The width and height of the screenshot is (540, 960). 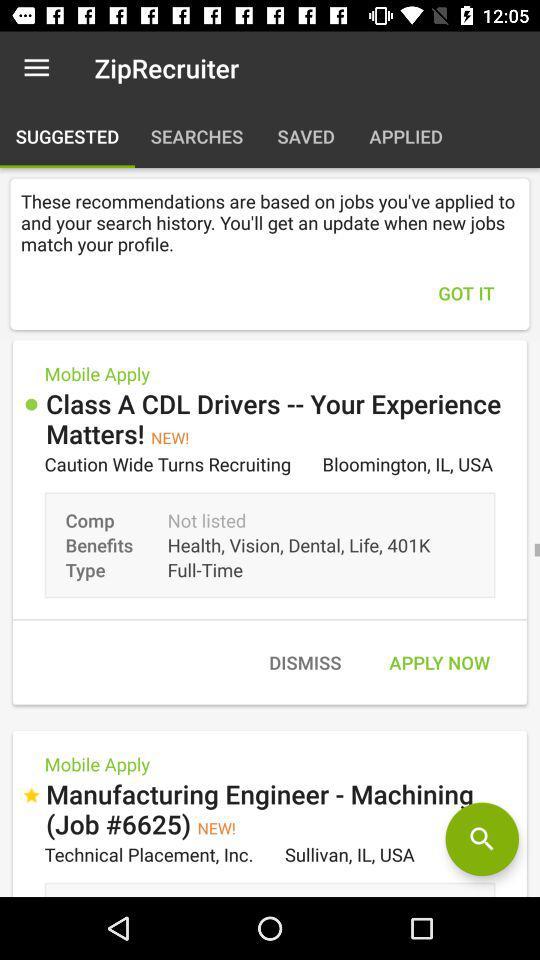 I want to click on the apply now item, so click(x=438, y=662).